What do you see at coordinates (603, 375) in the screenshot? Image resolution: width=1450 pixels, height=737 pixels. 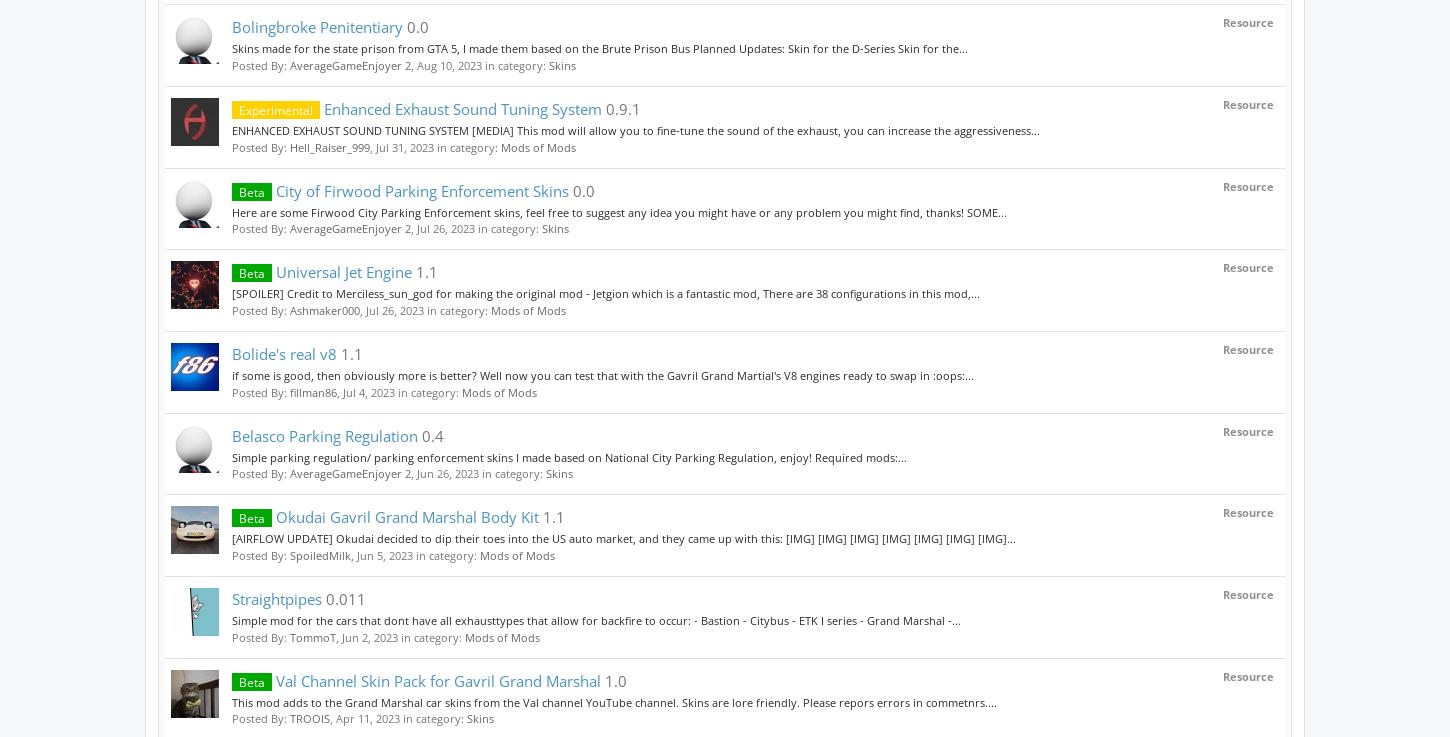 I see `'if some is good, then obviously more is better? Well now you can test that with the Gavril Grand Martial's V8 engines ready to swap in :oops:...'` at bounding box center [603, 375].